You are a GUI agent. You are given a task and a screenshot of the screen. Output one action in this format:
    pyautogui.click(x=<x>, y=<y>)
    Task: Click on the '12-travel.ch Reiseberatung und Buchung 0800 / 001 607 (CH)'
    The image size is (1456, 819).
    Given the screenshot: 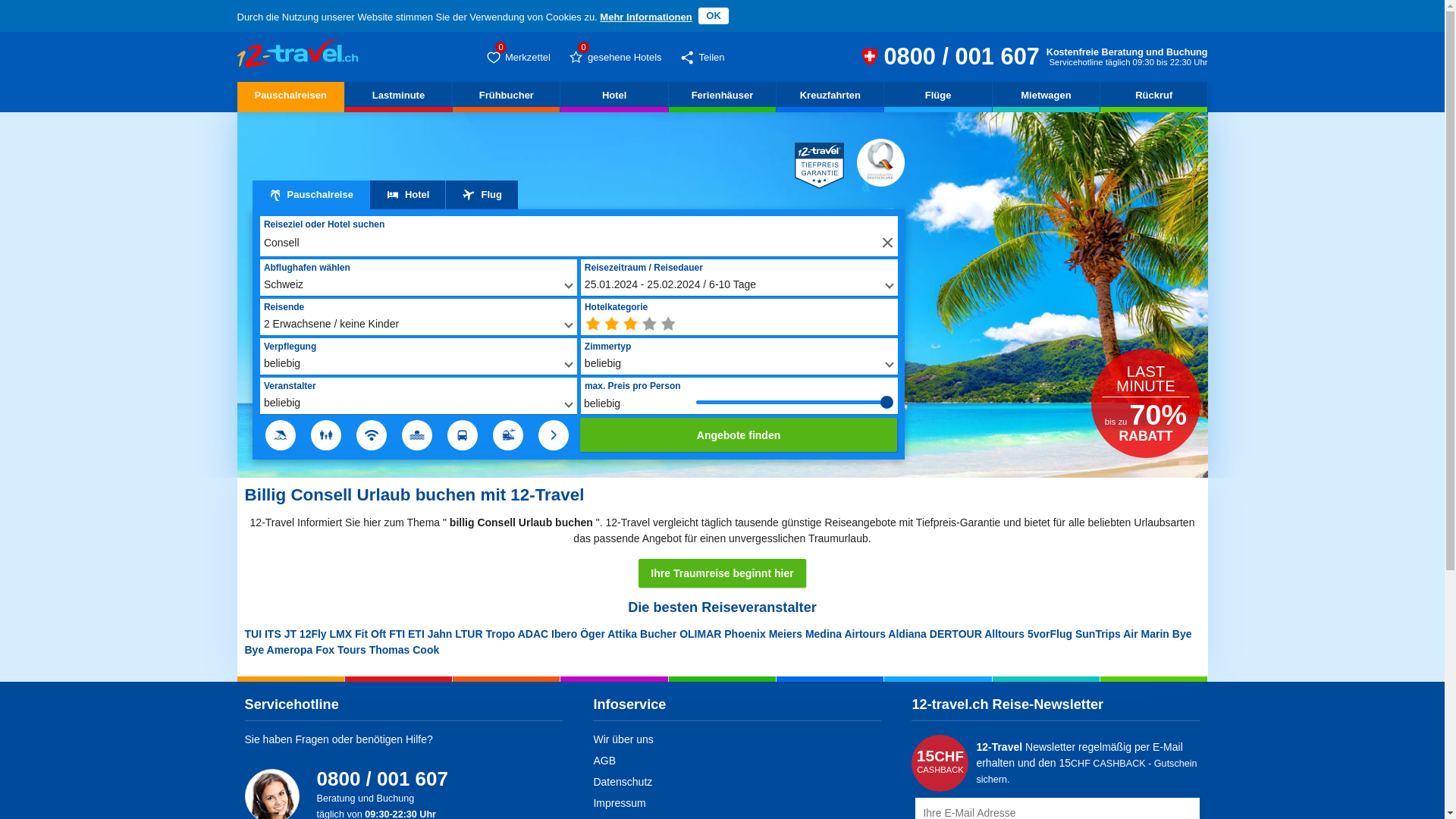 What is the action you would take?
    pyautogui.click(x=871, y=55)
    